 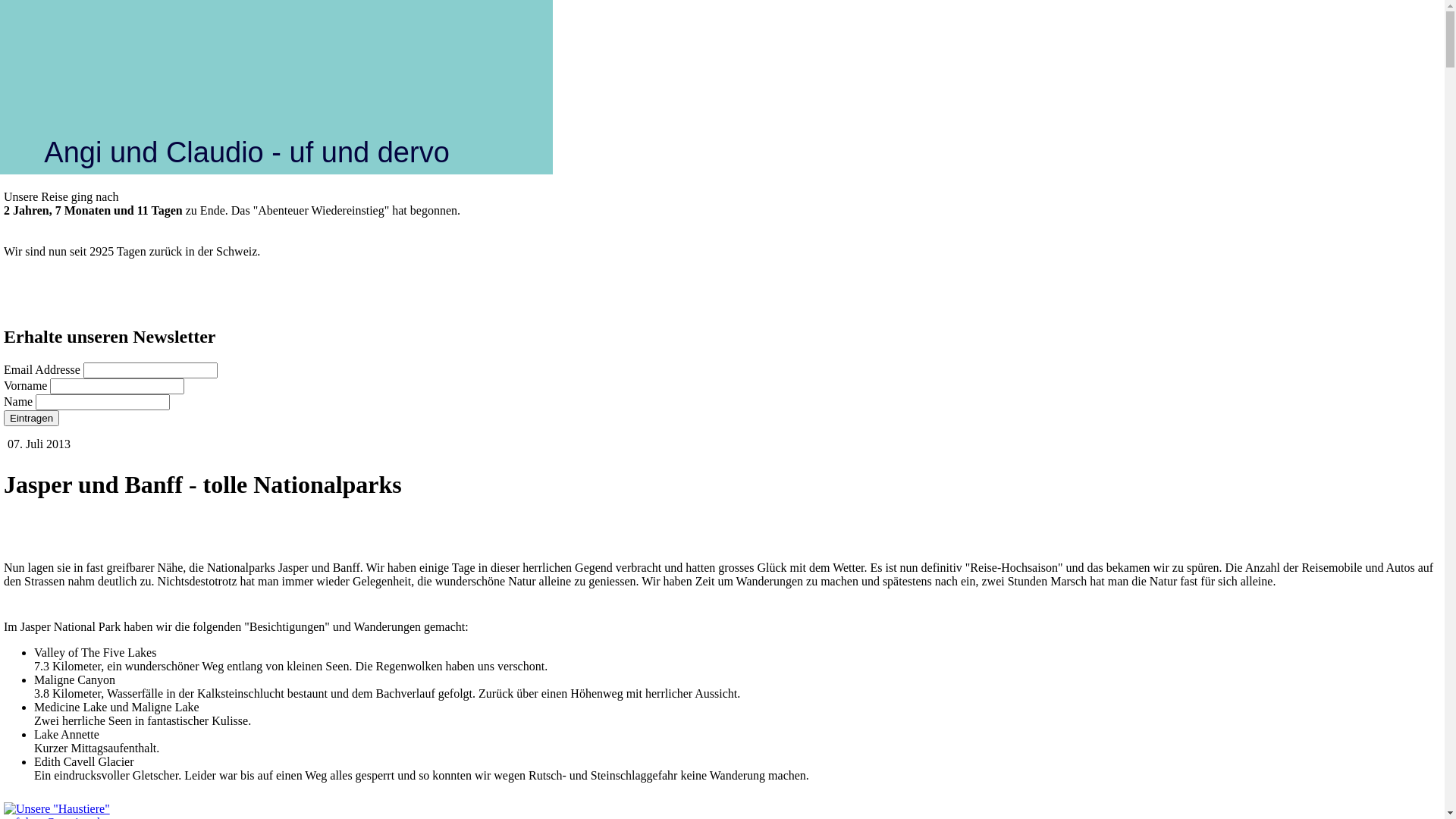 What do you see at coordinates (31, 418) in the screenshot?
I see `'Eintragen'` at bounding box center [31, 418].